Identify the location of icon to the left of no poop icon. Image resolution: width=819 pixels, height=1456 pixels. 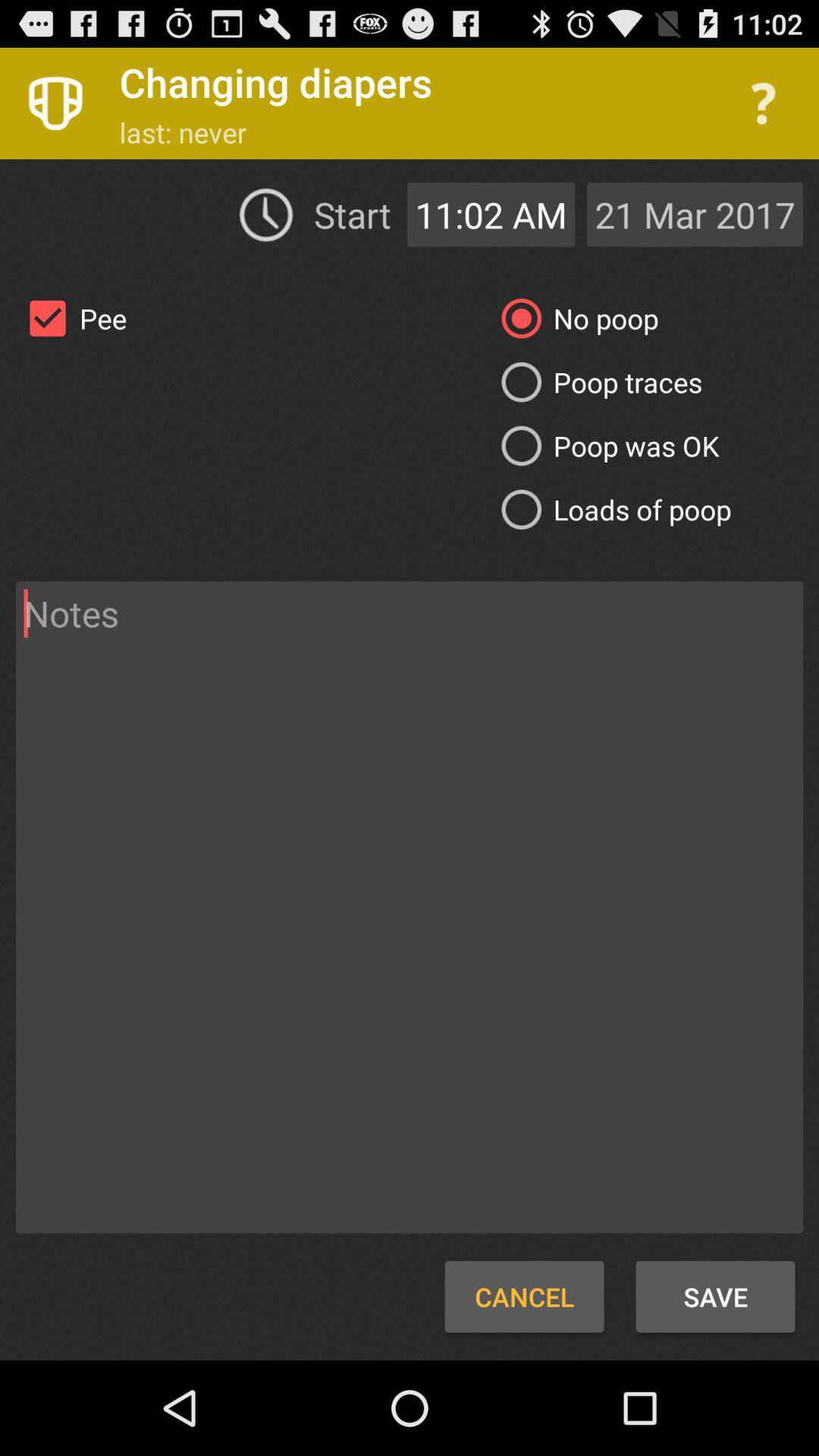
(71, 318).